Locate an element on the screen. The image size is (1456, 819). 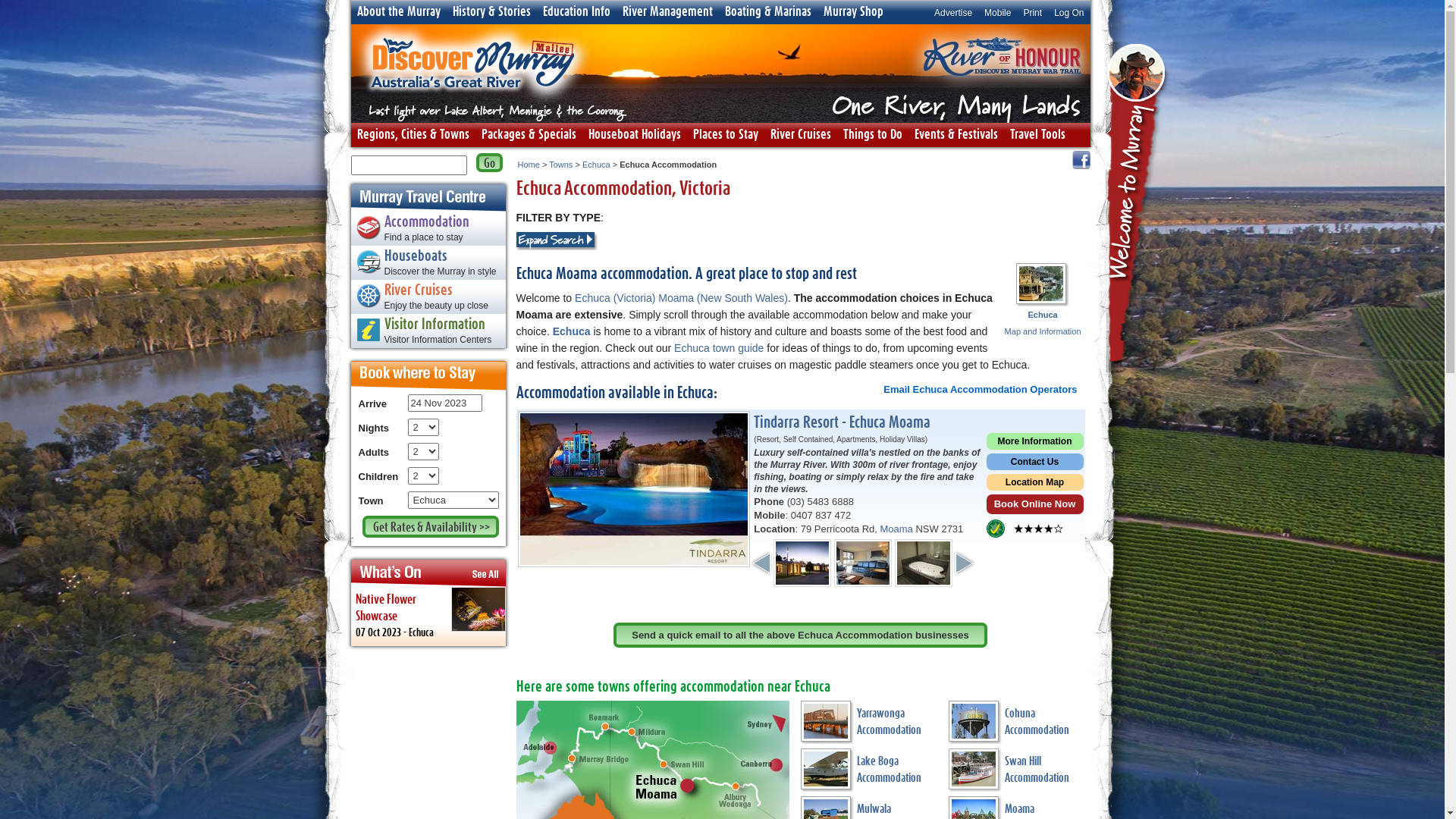
'Moama' is located at coordinates (880, 528).